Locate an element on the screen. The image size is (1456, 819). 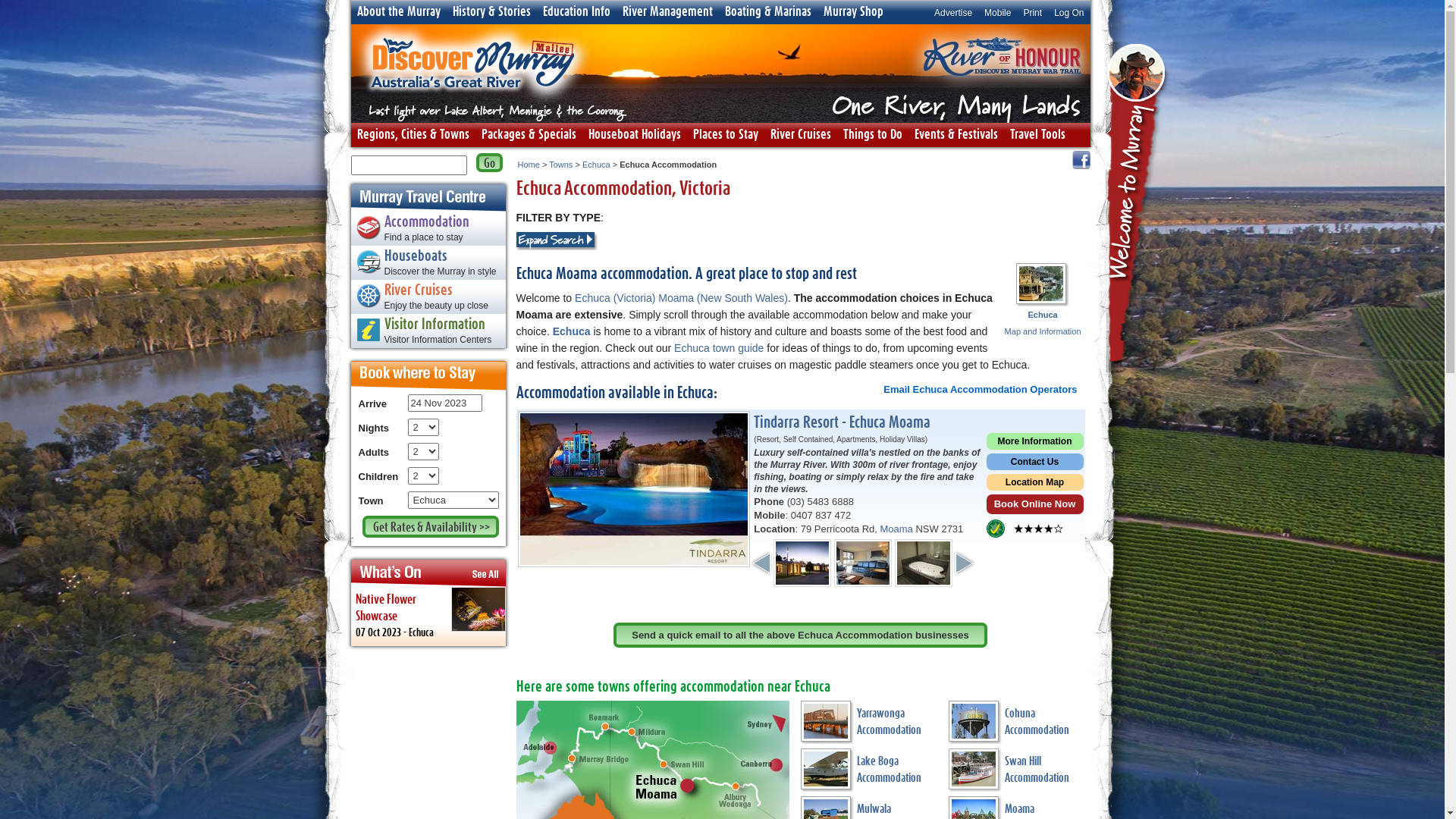
'Moama' is located at coordinates (880, 528).